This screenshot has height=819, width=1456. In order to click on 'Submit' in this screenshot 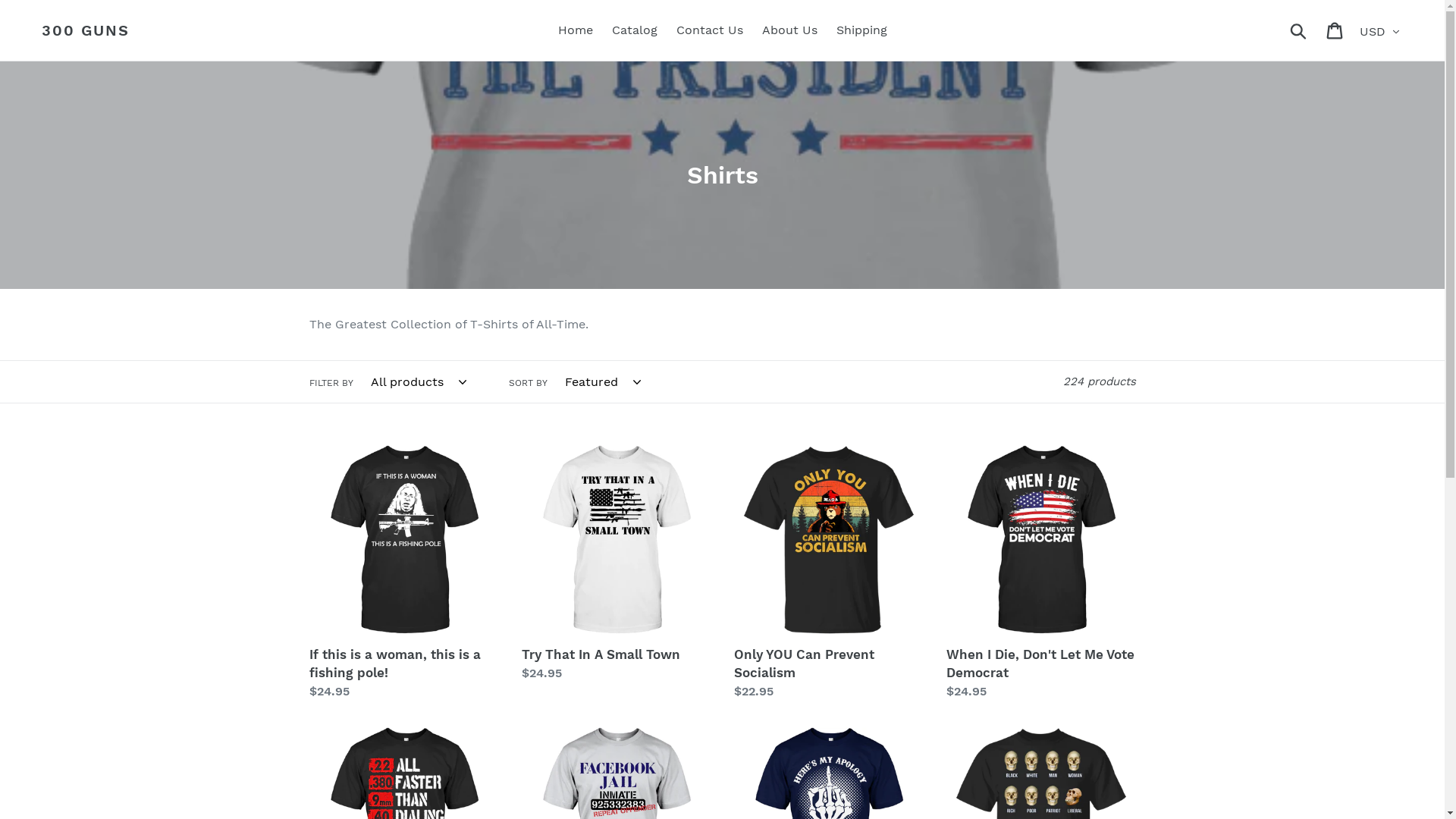, I will do `click(1298, 30)`.